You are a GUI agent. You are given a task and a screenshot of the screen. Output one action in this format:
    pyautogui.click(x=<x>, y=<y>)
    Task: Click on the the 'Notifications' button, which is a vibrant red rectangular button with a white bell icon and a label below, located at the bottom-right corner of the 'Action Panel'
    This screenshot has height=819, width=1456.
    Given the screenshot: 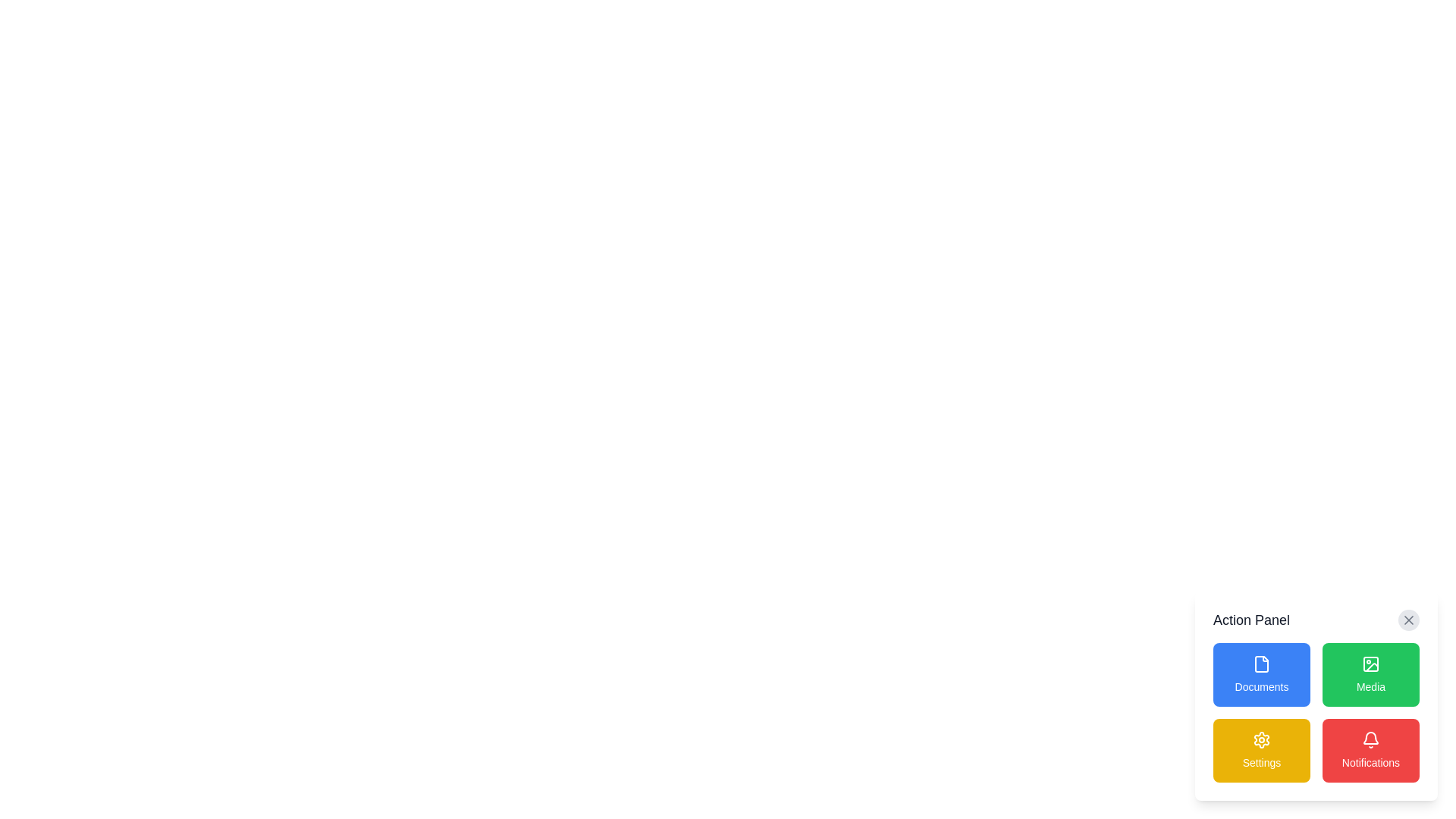 What is the action you would take?
    pyautogui.click(x=1371, y=751)
    